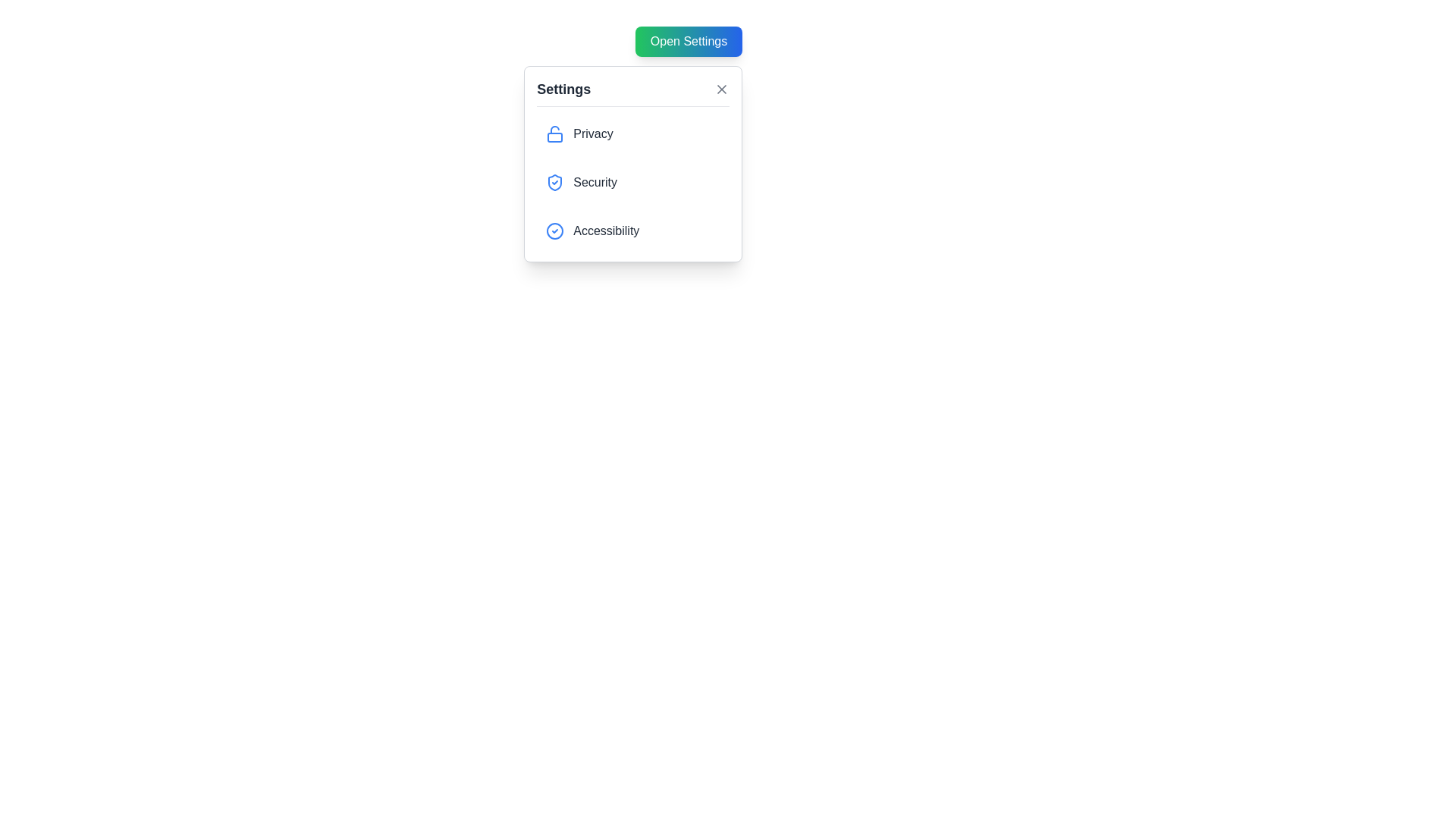 The image size is (1456, 819). I want to click on the shield icon representing the 'Security' settings option in the menu, which is positioned to the left of the 'Security' text label, so click(554, 181).